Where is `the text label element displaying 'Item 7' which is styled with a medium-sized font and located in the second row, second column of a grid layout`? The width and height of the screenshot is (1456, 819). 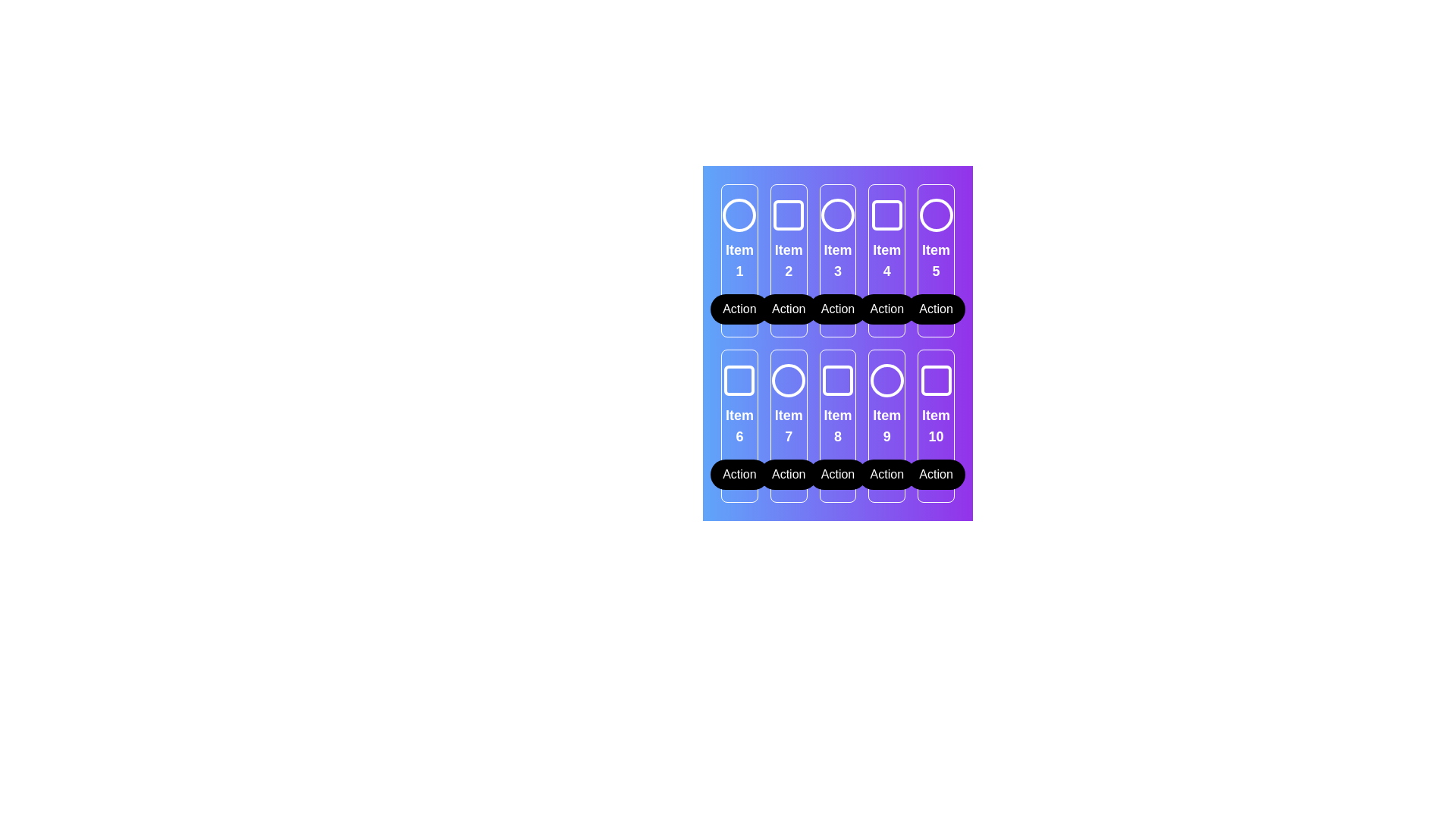
the text label element displaying 'Item 7' which is styled with a medium-sized font and located in the second row, second column of a grid layout is located at coordinates (789, 426).